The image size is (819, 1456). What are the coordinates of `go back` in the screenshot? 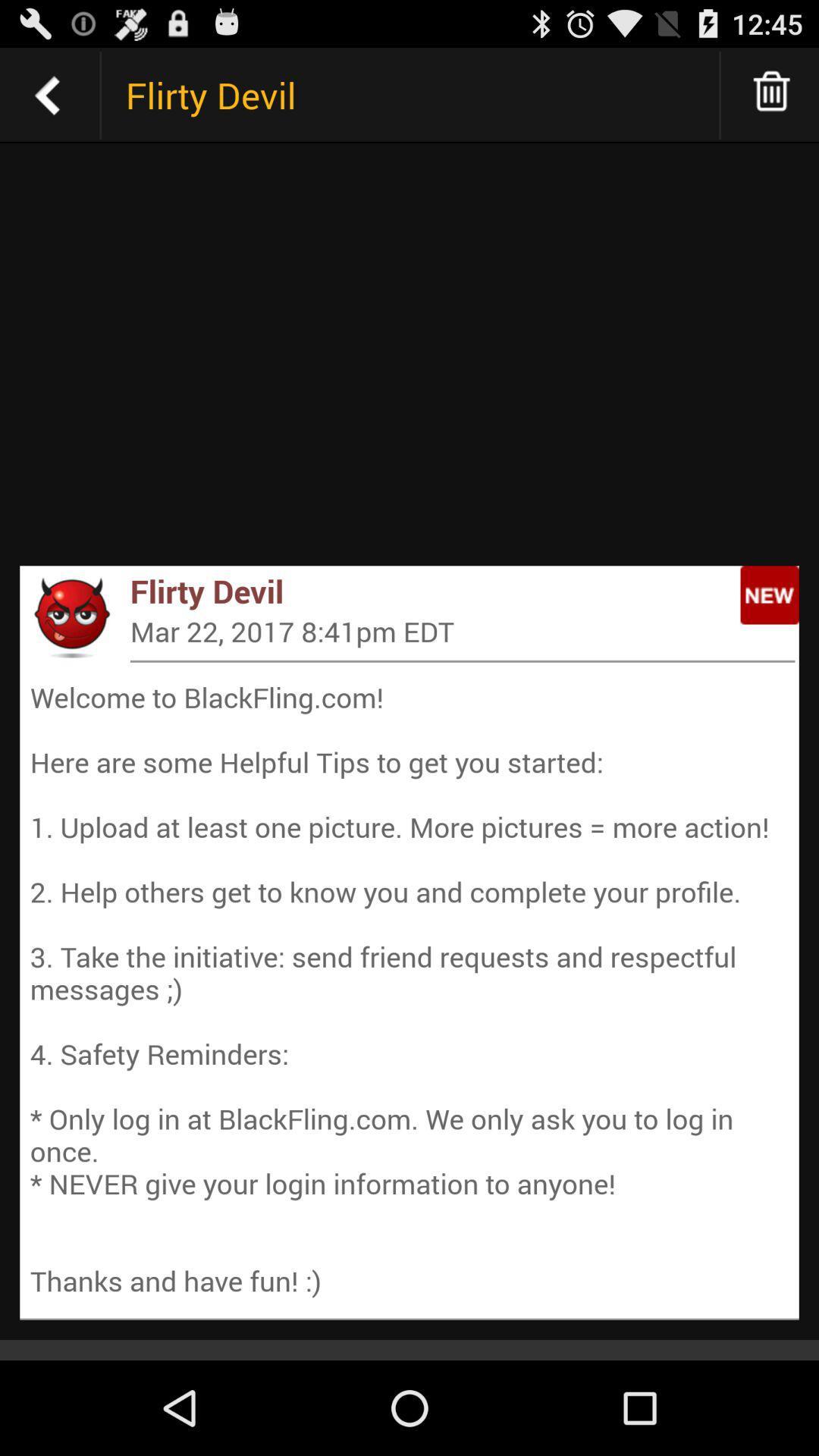 It's located at (46, 94).